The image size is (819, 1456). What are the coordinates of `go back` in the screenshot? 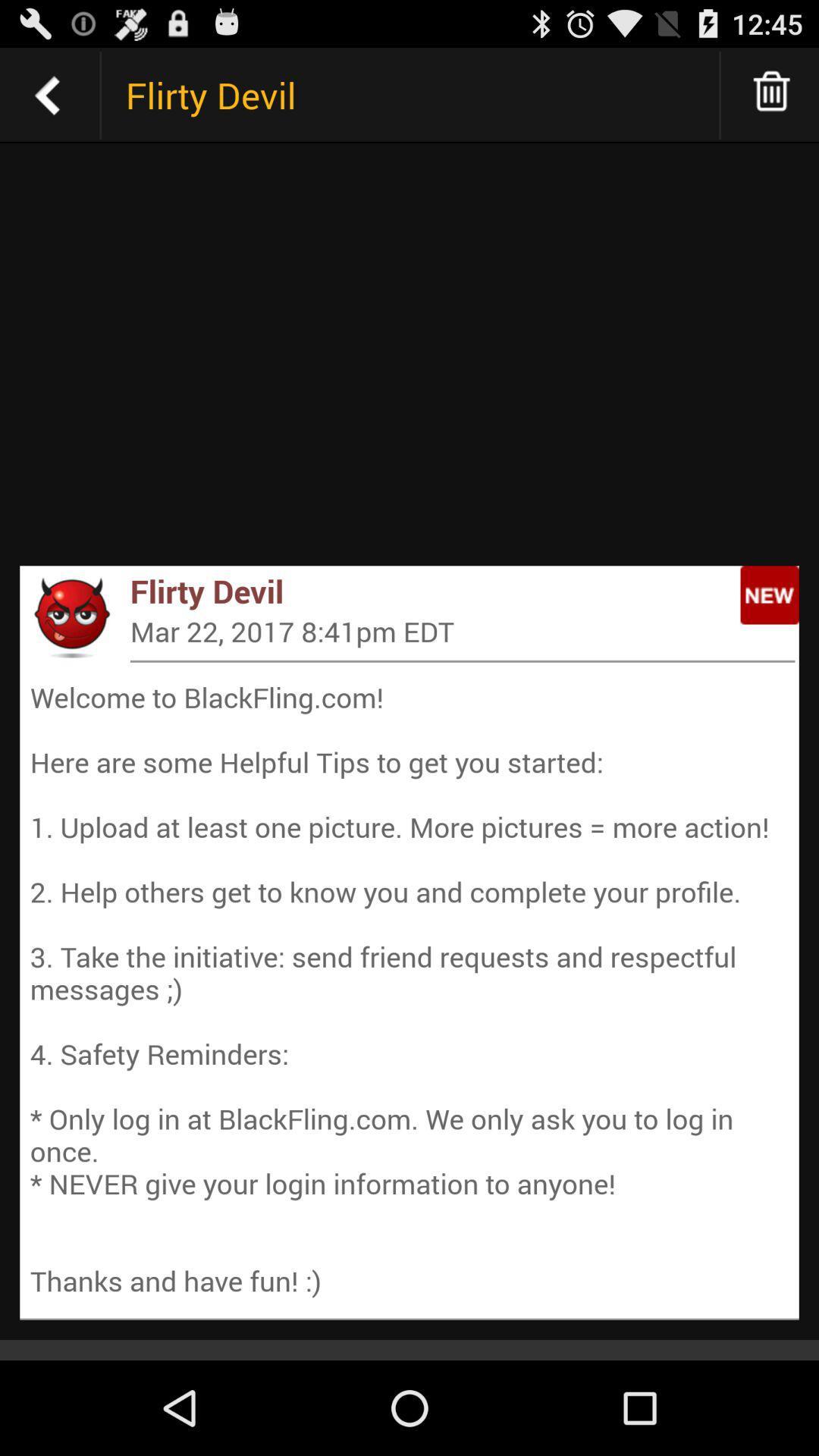 It's located at (46, 94).